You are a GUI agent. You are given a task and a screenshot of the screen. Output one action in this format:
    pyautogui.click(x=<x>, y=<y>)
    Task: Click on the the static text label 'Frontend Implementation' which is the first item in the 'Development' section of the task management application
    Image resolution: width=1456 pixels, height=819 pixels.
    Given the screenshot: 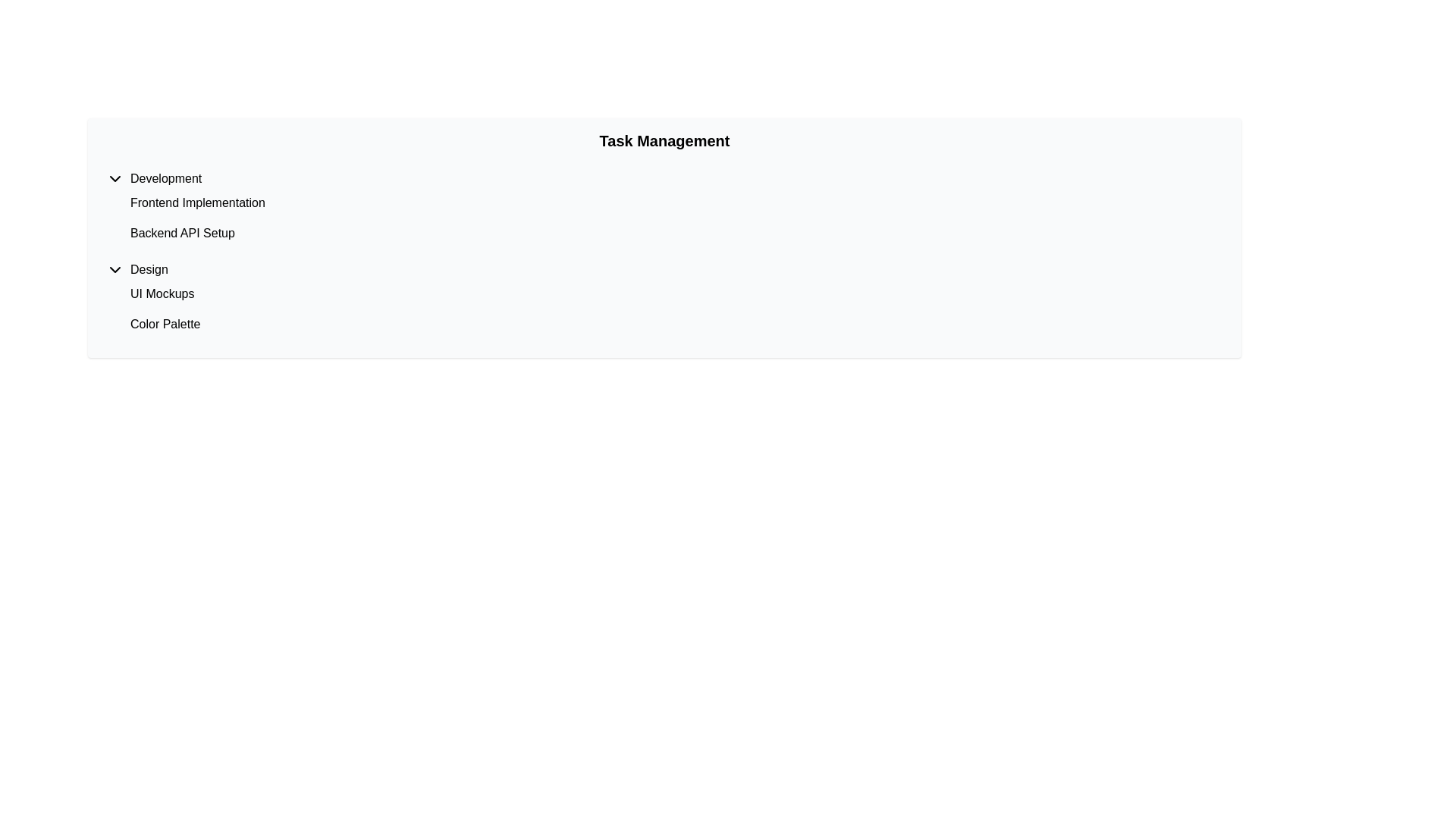 What is the action you would take?
    pyautogui.click(x=196, y=202)
    